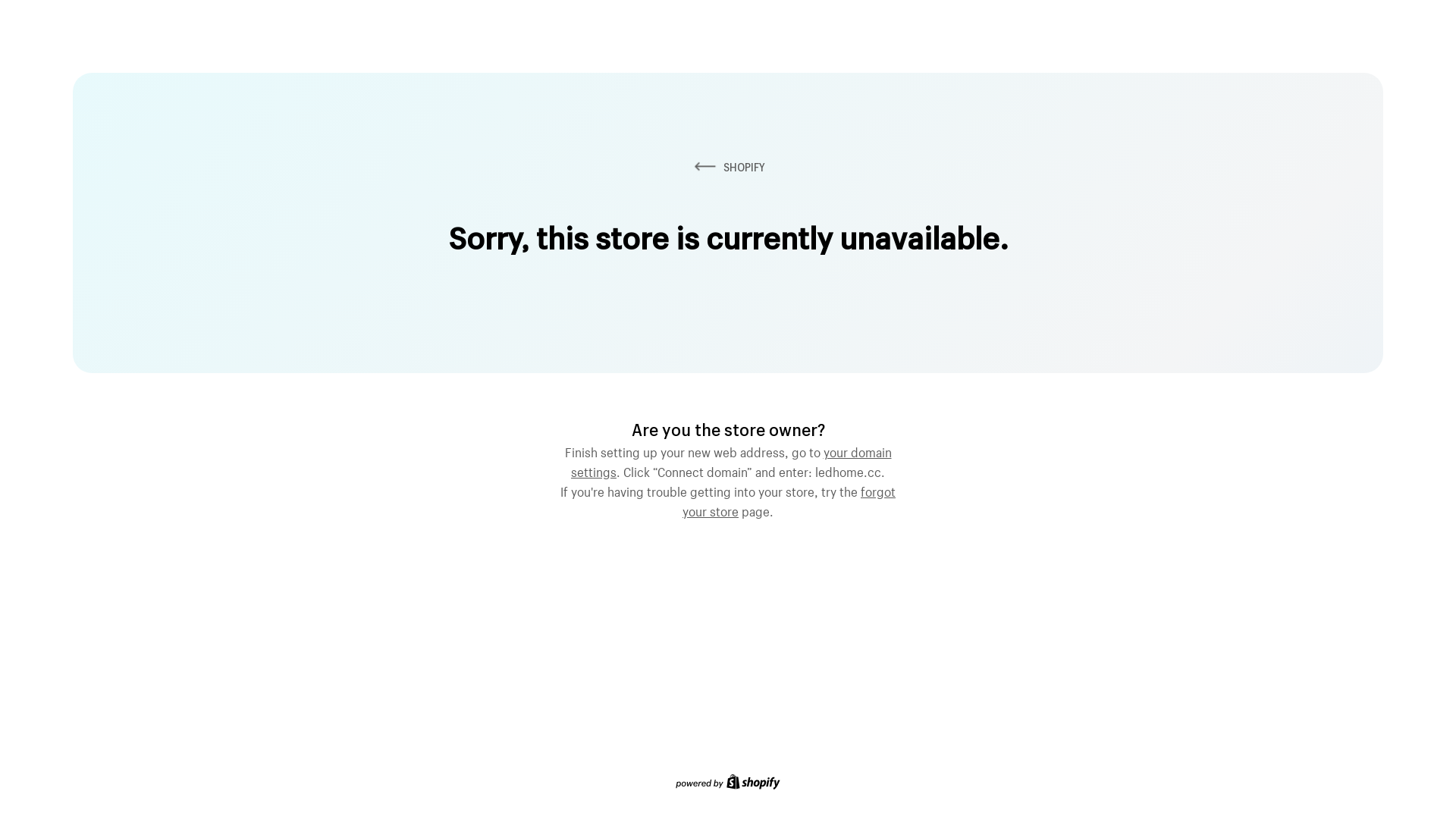  What do you see at coordinates (789, 500) in the screenshot?
I see `'forgot your store'` at bounding box center [789, 500].